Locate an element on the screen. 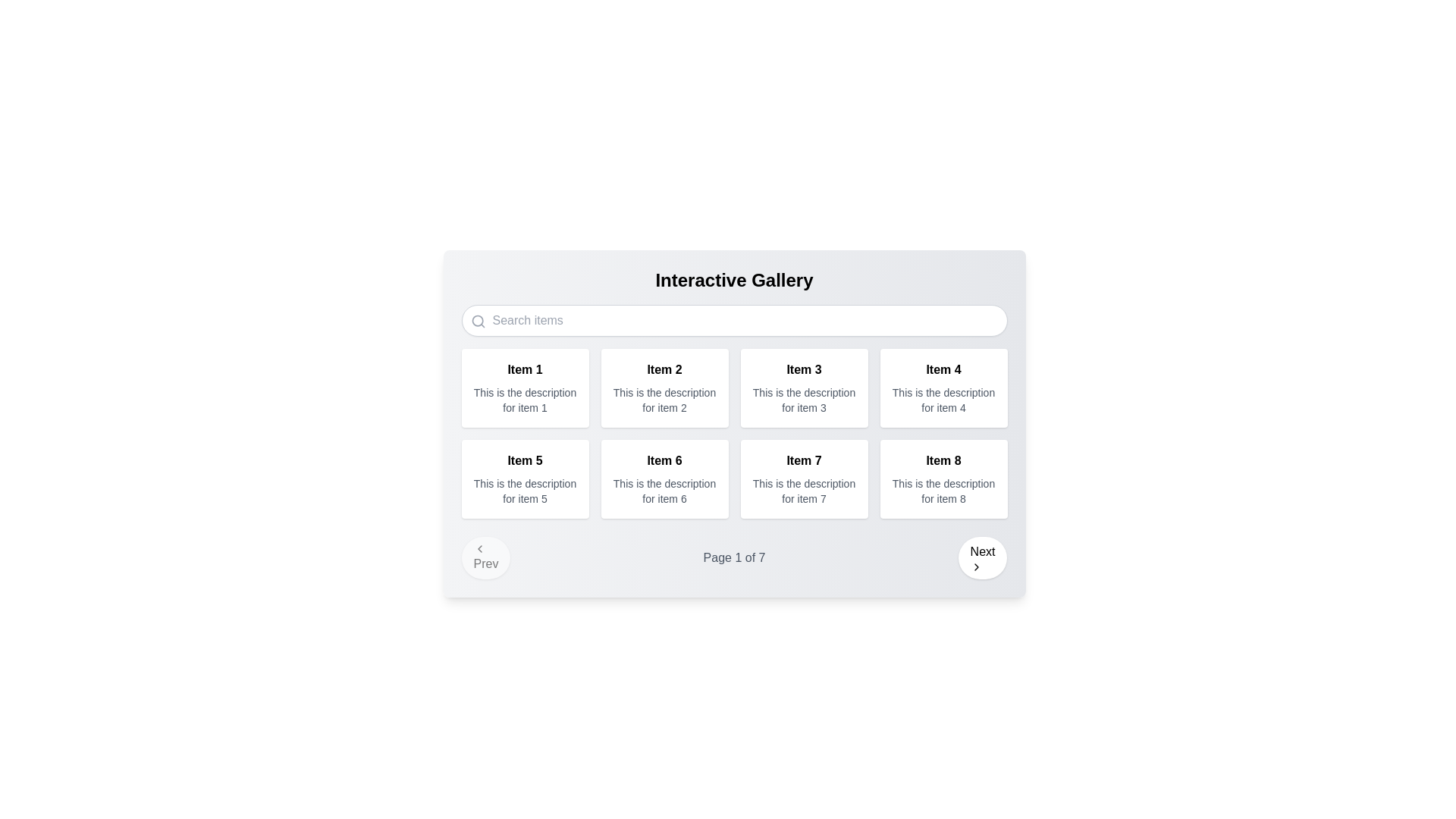 This screenshot has width=1456, height=819. the informational card titled 'Item 8' to trigger hover effects, which is located in the second row and fourth column of the grid layout is located at coordinates (943, 479).